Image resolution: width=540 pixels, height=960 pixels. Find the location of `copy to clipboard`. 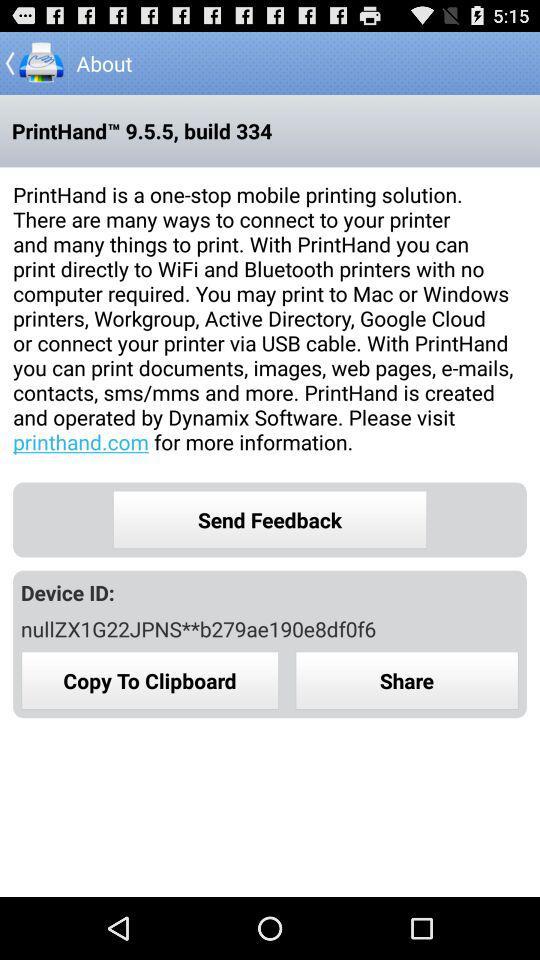

copy to clipboard is located at coordinates (149, 680).